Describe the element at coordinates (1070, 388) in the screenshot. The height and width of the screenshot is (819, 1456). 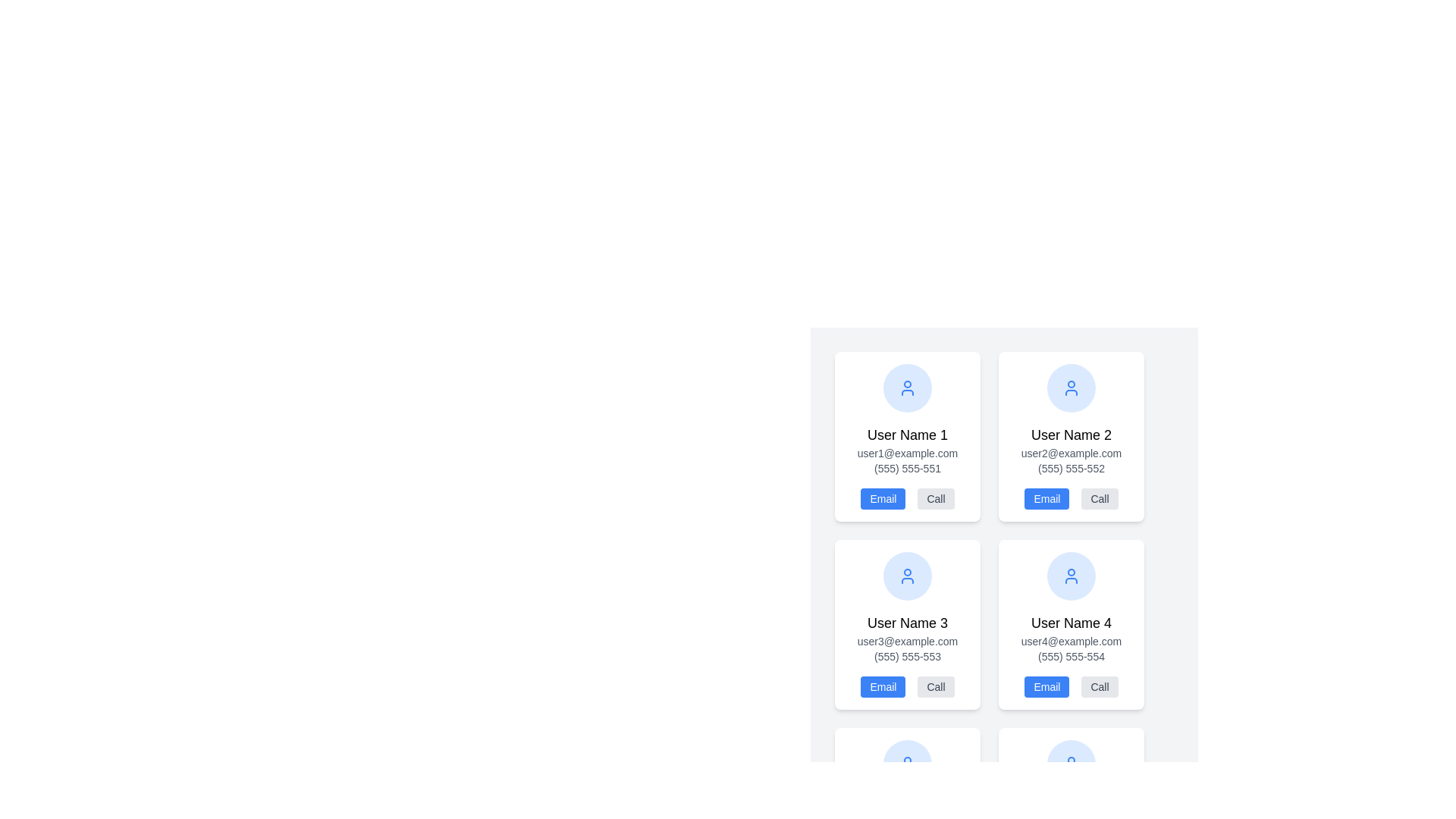
I see `the user icon represented by an outline of a head and shoulders in a blue circular background, located in the first card of the top row of the grid layout` at that location.